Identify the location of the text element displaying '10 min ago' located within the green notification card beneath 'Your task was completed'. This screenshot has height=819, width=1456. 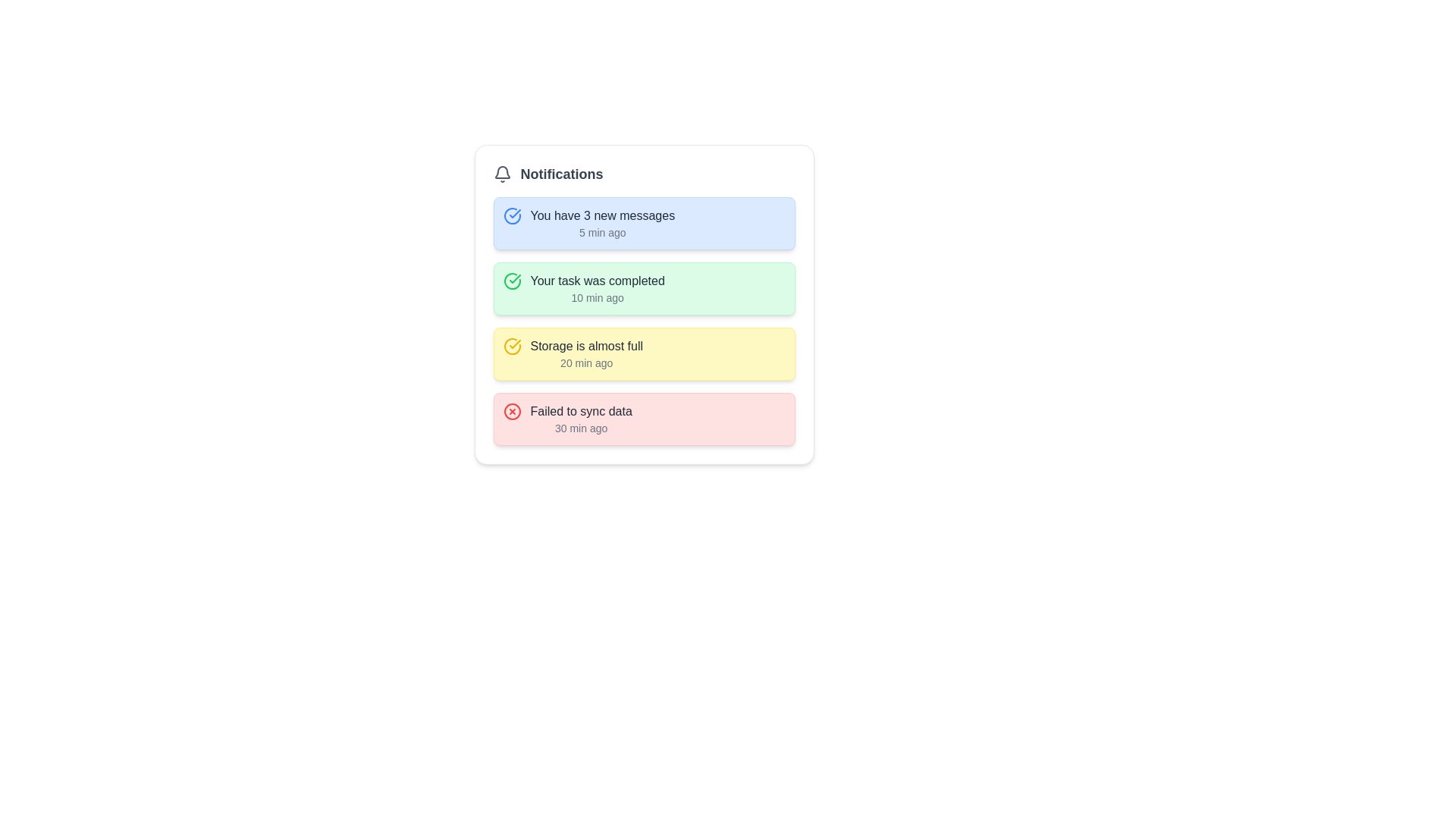
(597, 298).